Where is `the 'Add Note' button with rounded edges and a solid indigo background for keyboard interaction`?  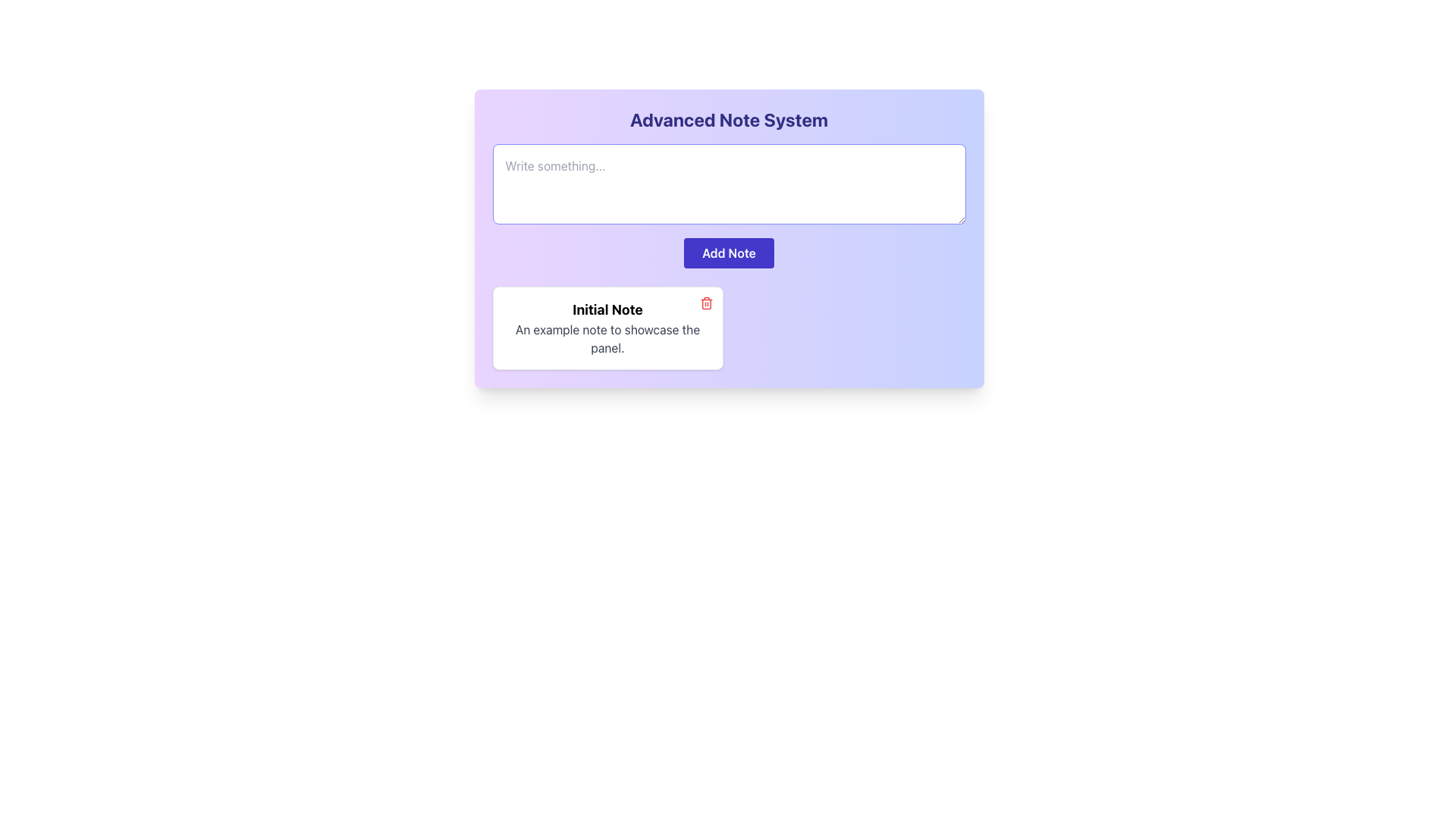 the 'Add Note' button with rounded edges and a solid indigo background for keyboard interaction is located at coordinates (729, 253).